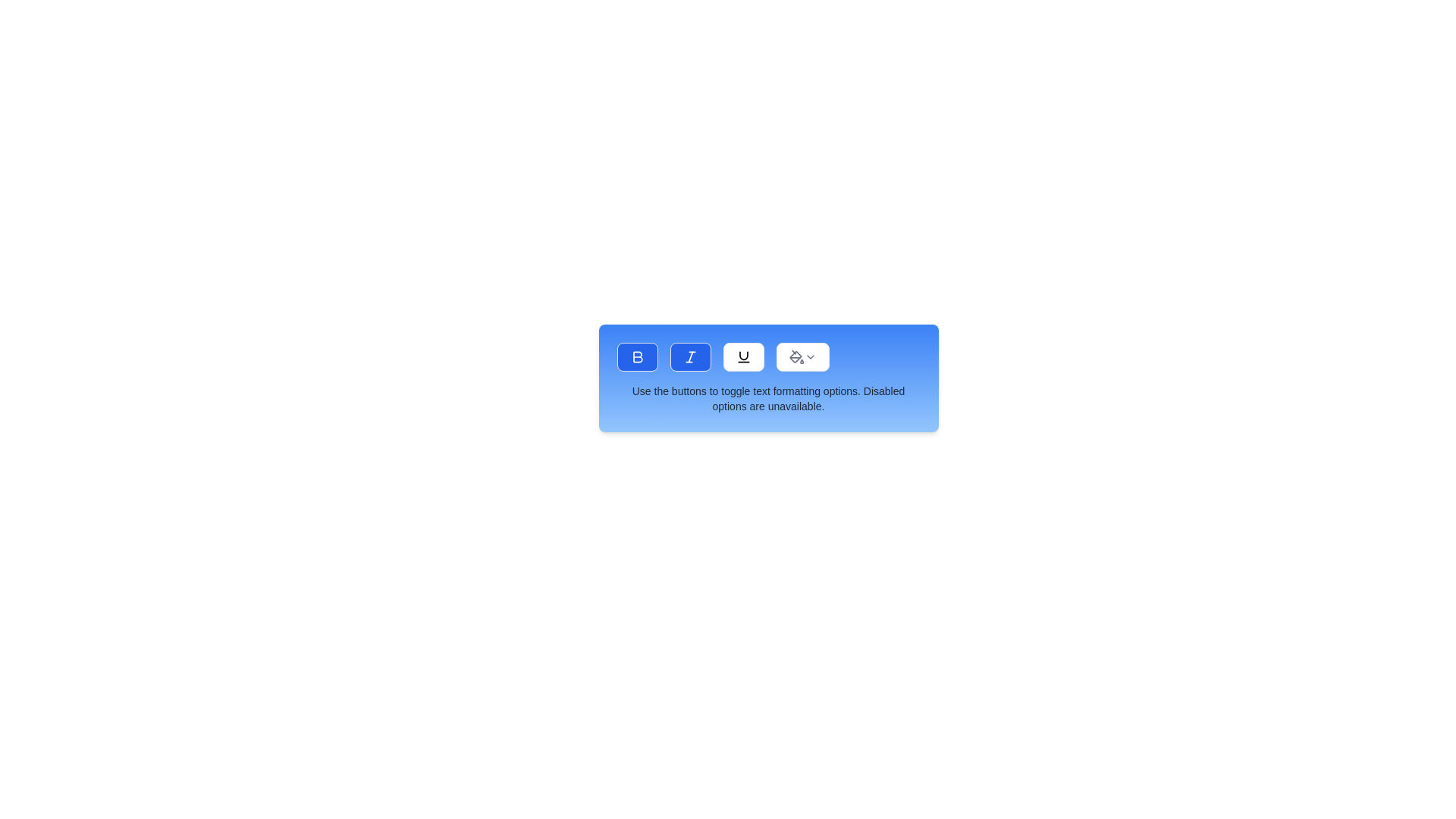  I want to click on the first formatting button in the row, so click(637, 356).